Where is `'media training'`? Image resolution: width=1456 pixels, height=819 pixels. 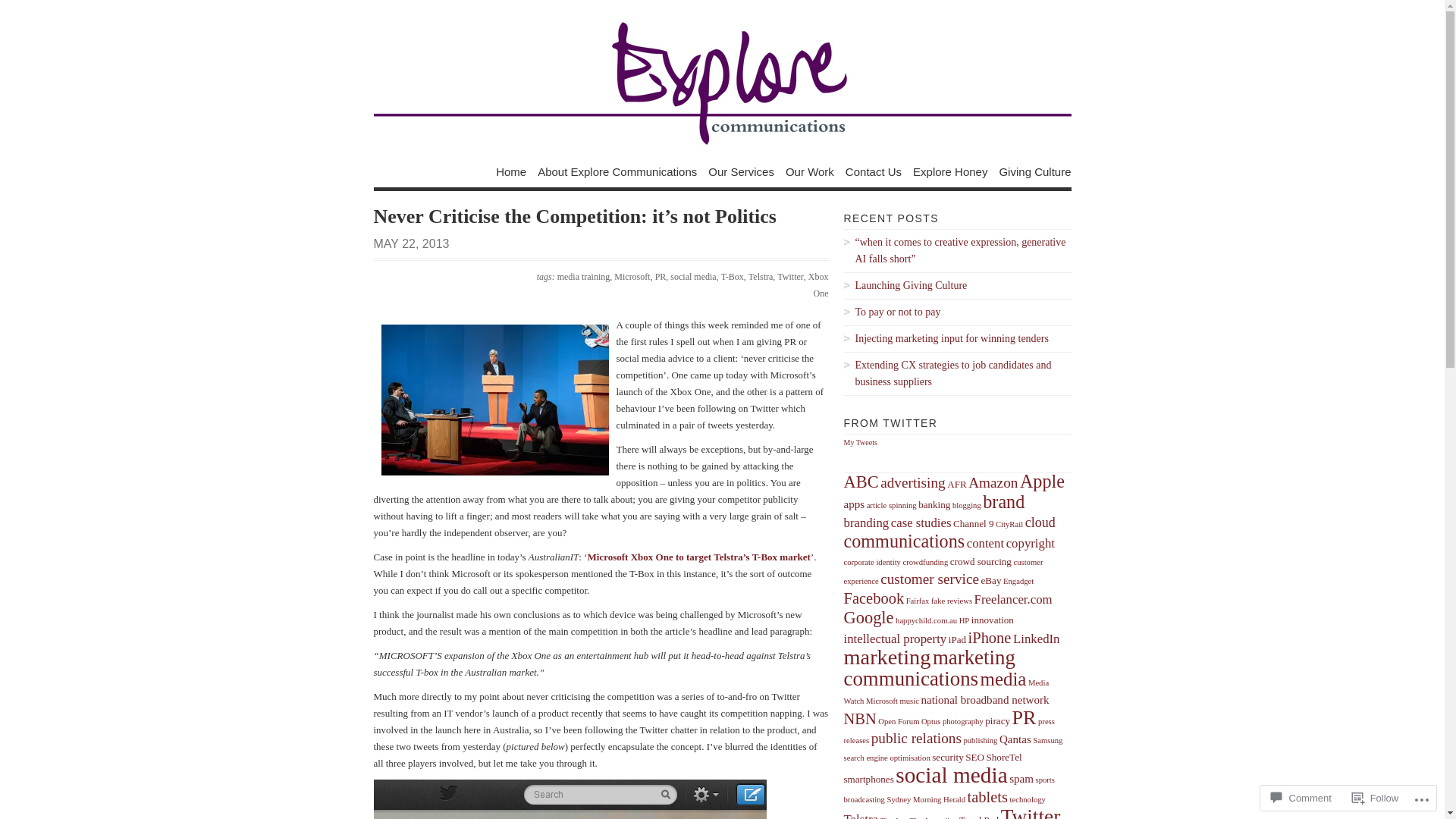 'media training' is located at coordinates (556, 277).